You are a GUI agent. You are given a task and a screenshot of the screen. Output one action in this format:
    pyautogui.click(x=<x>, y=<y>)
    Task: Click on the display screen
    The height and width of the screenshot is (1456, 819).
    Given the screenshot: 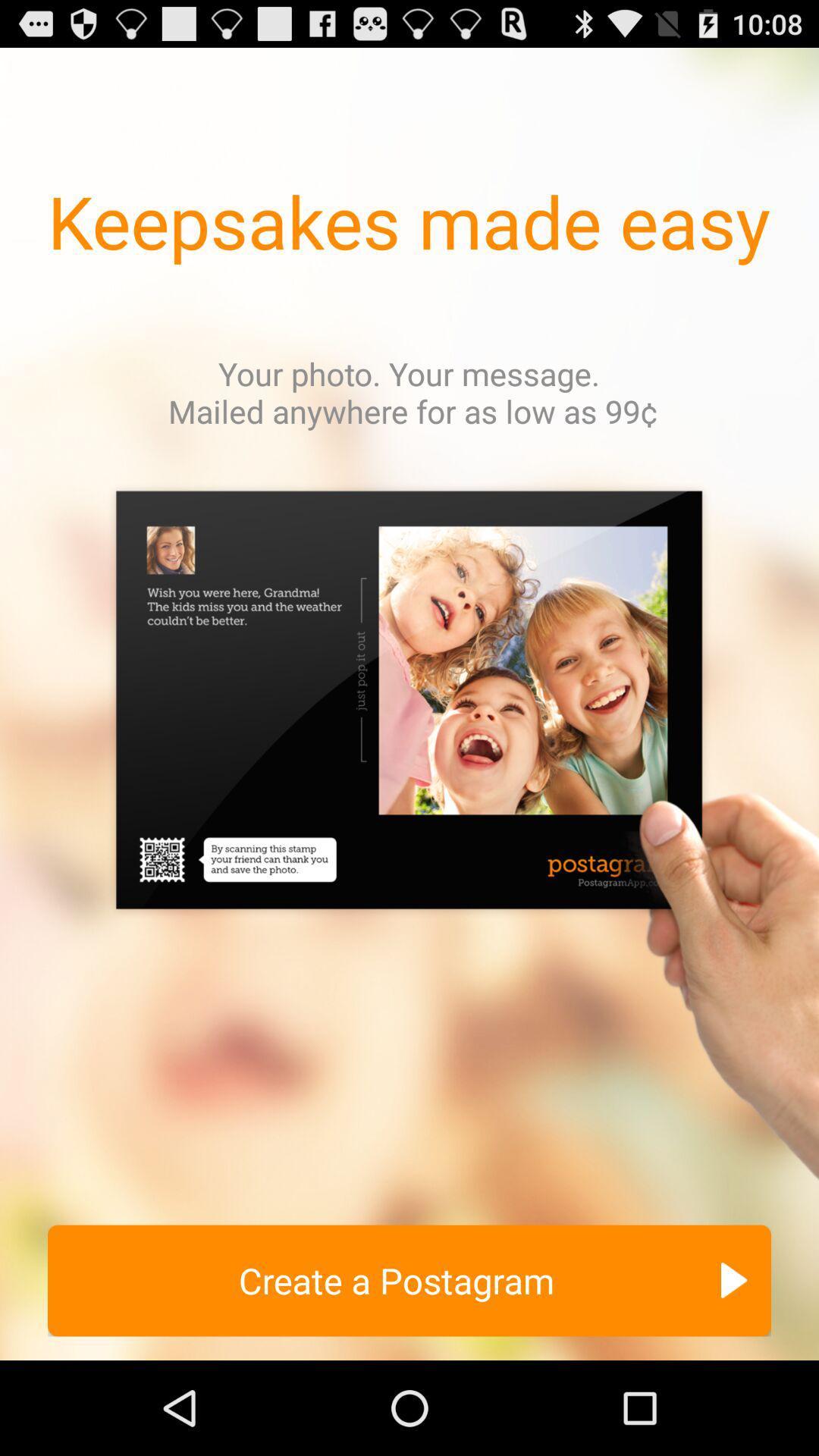 What is the action you would take?
    pyautogui.click(x=409, y=839)
    